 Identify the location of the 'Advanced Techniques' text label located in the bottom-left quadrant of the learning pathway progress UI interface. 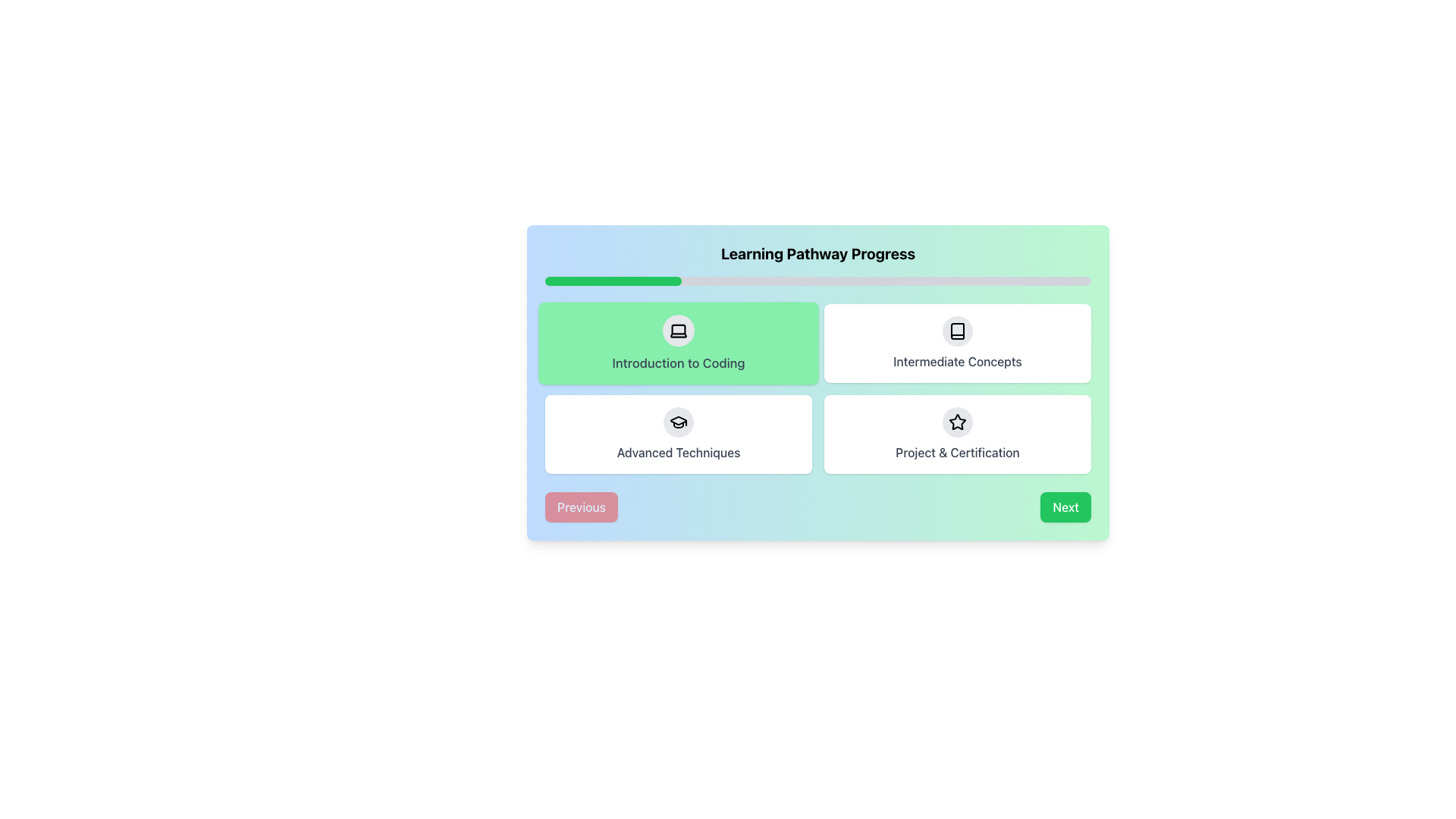
(677, 452).